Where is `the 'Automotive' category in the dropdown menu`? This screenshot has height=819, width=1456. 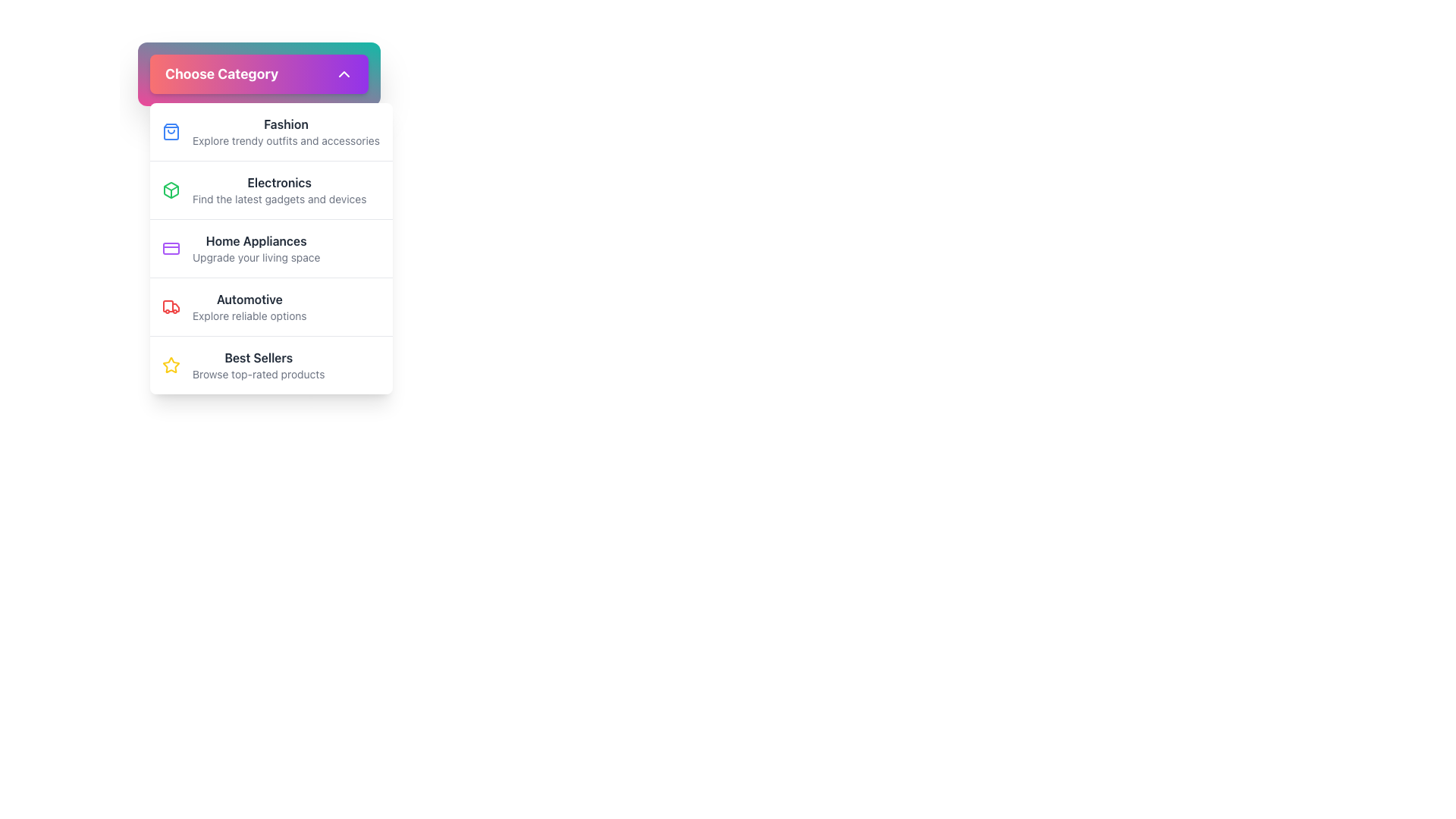
the 'Automotive' category in the dropdown menu is located at coordinates (271, 306).